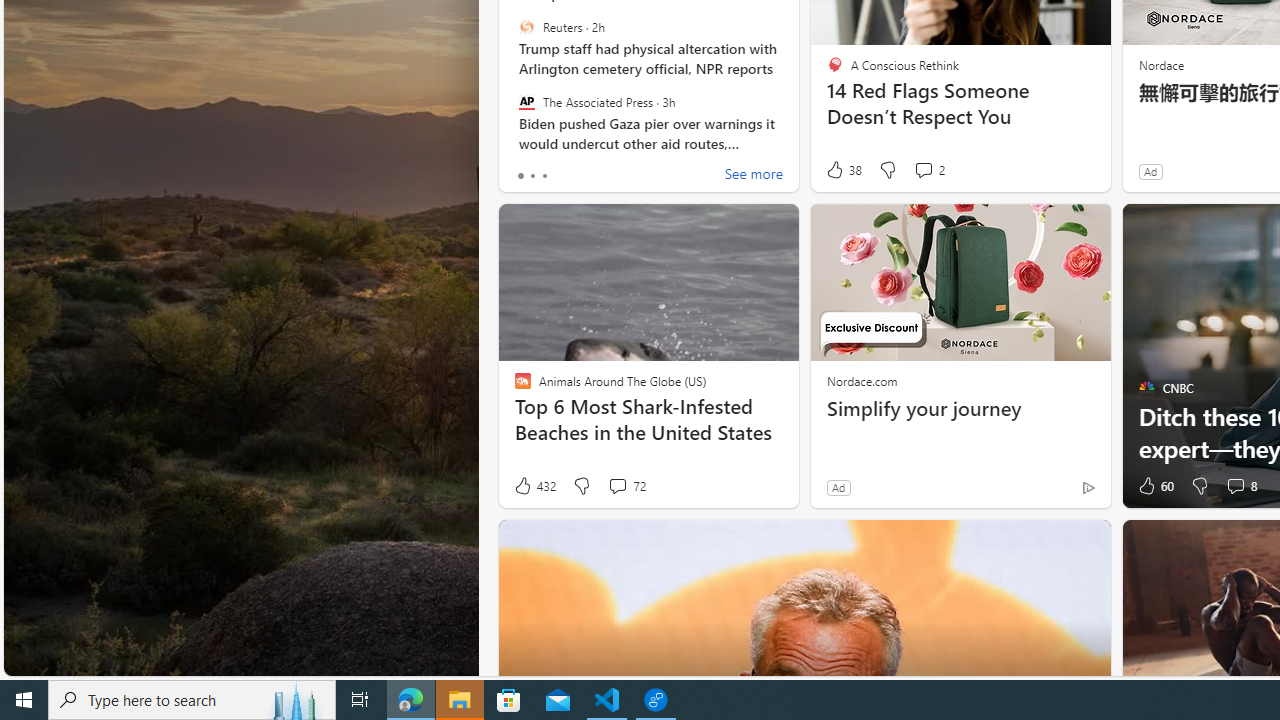 Image resolution: width=1280 pixels, height=720 pixels. What do you see at coordinates (928, 169) in the screenshot?
I see `'View comments 2 Comment'` at bounding box center [928, 169].